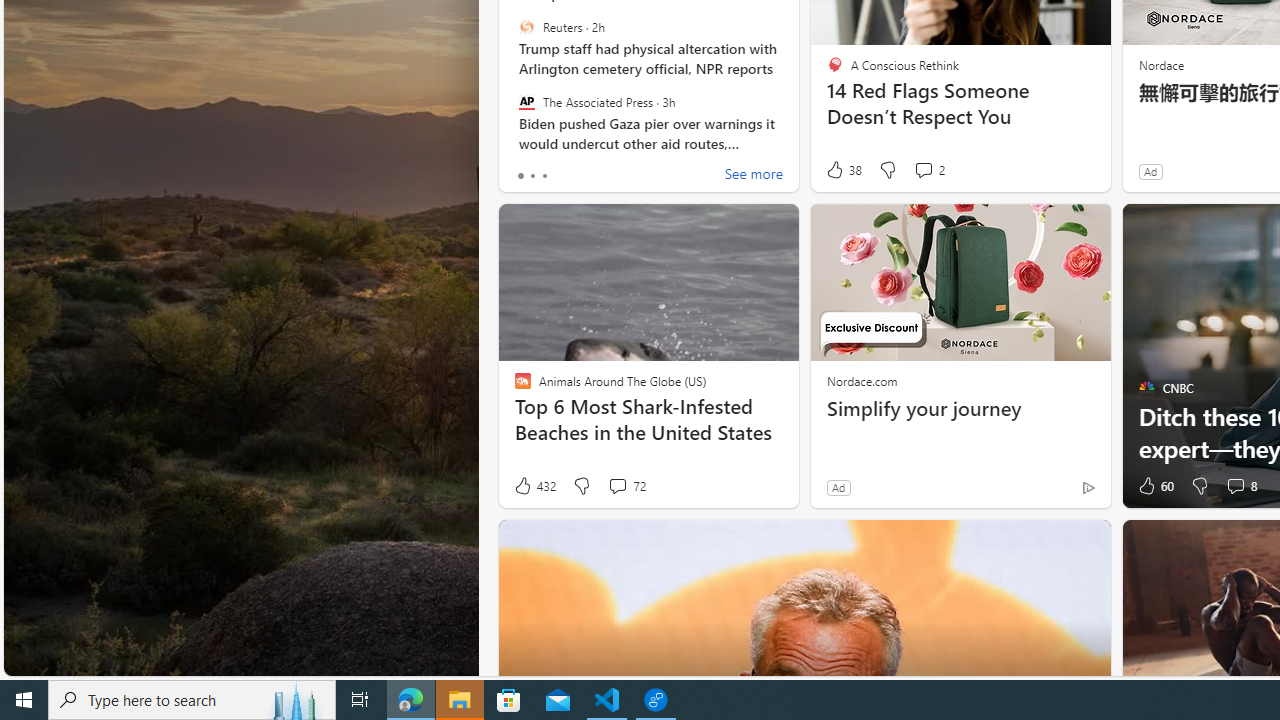 Image resolution: width=1280 pixels, height=720 pixels. What do you see at coordinates (928, 169) in the screenshot?
I see `'View comments 2 Comment'` at bounding box center [928, 169].